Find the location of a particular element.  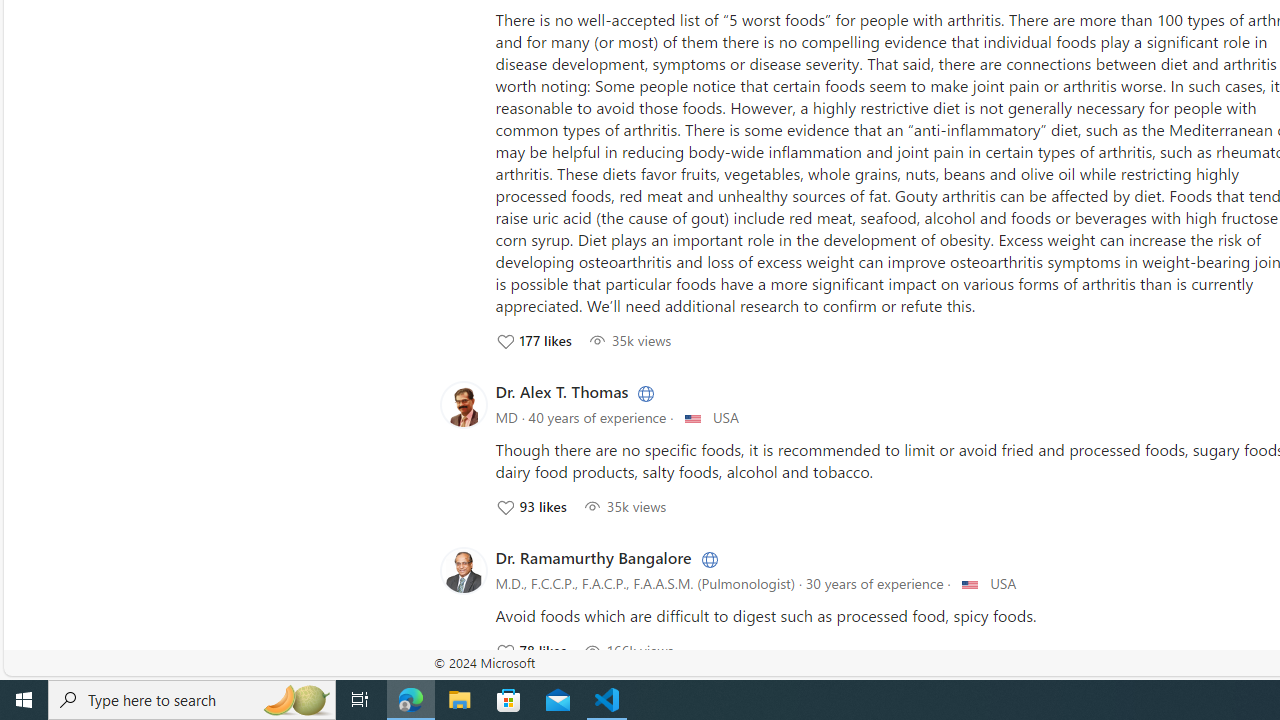

'93 Like; Click to Like' is located at coordinates (530, 505).